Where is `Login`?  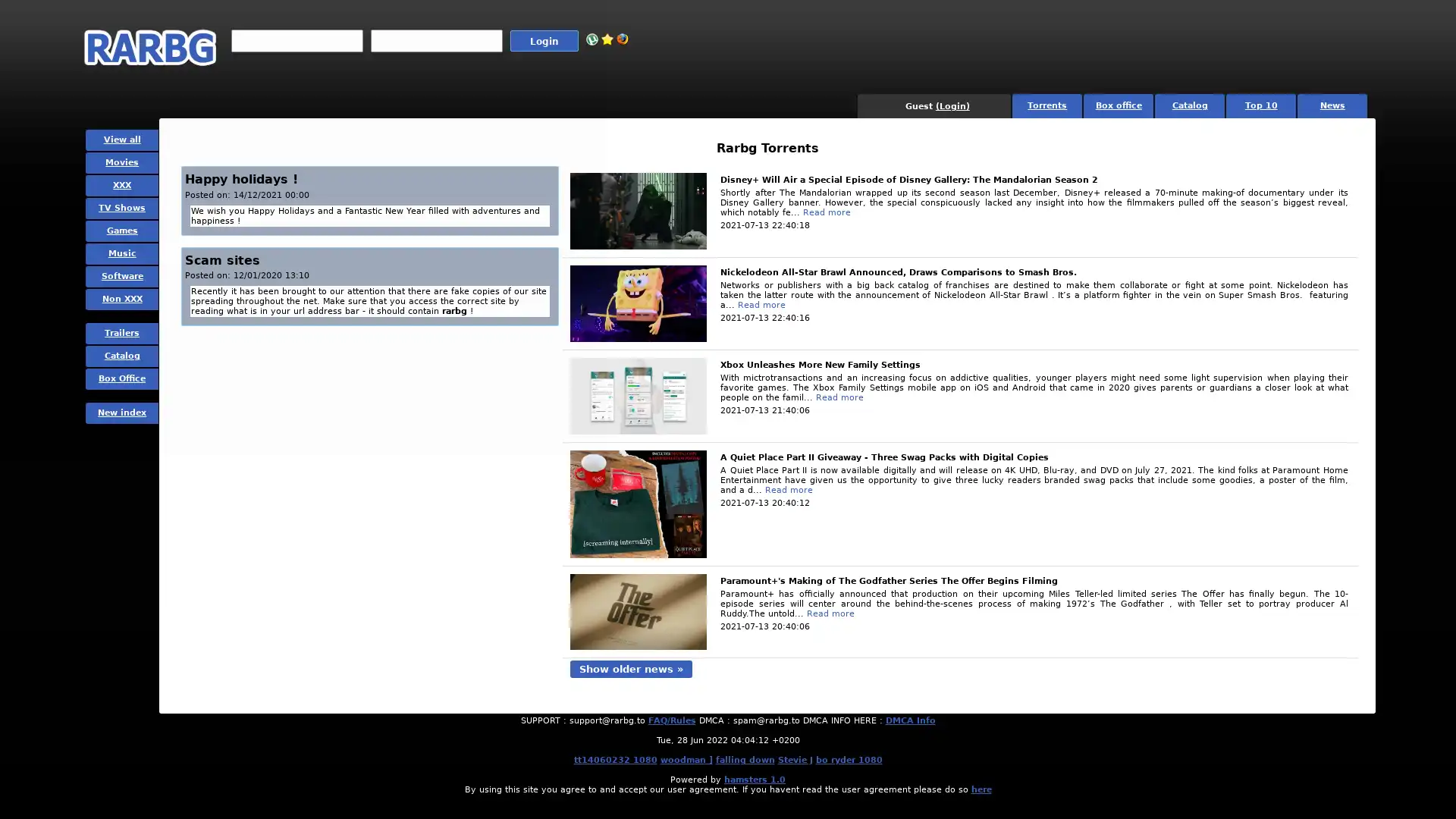
Login is located at coordinates (544, 39).